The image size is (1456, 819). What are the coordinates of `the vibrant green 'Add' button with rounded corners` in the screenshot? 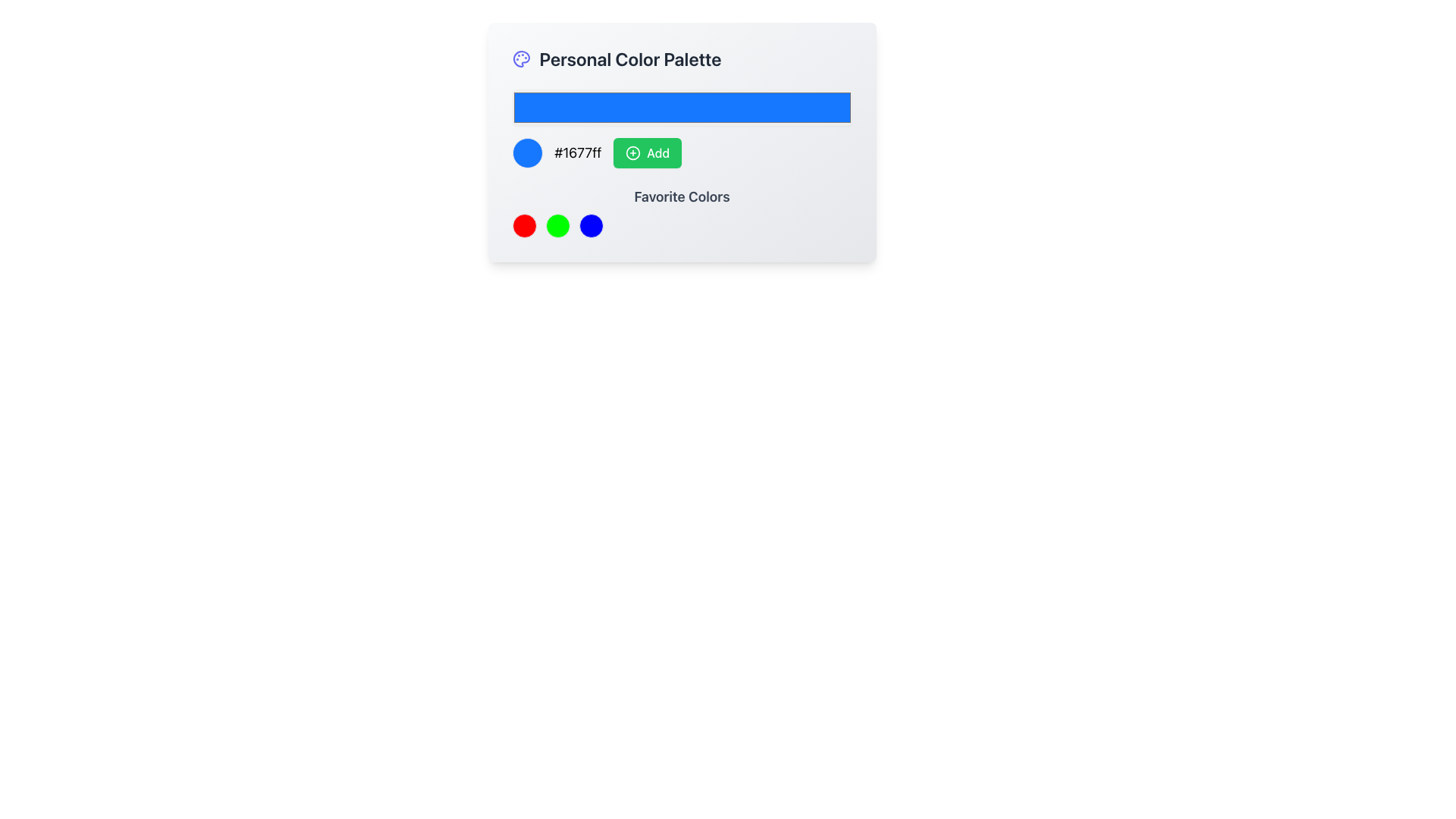 It's located at (648, 152).